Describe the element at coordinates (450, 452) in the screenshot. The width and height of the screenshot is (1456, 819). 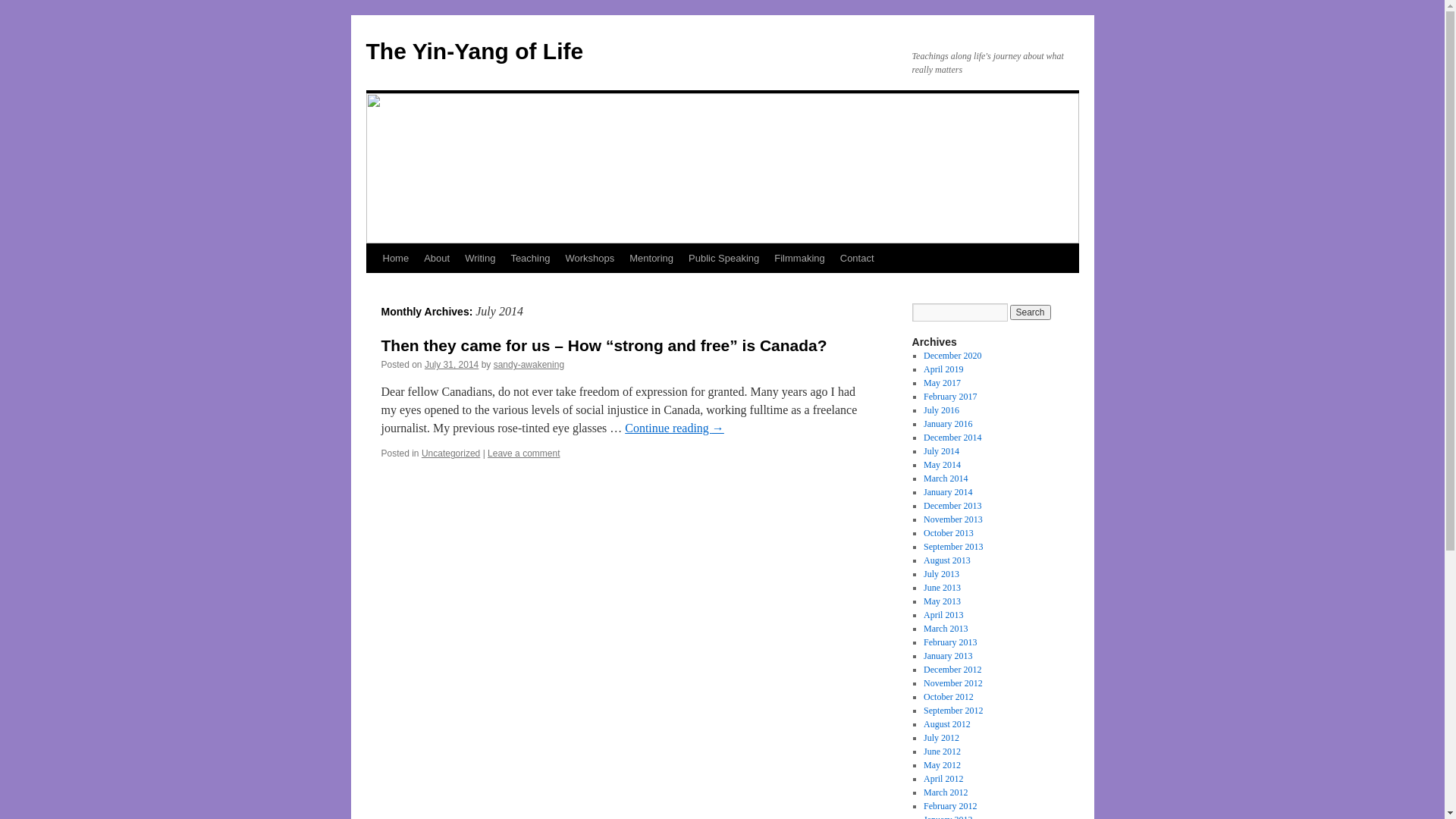
I see `'Uncategorized'` at that location.